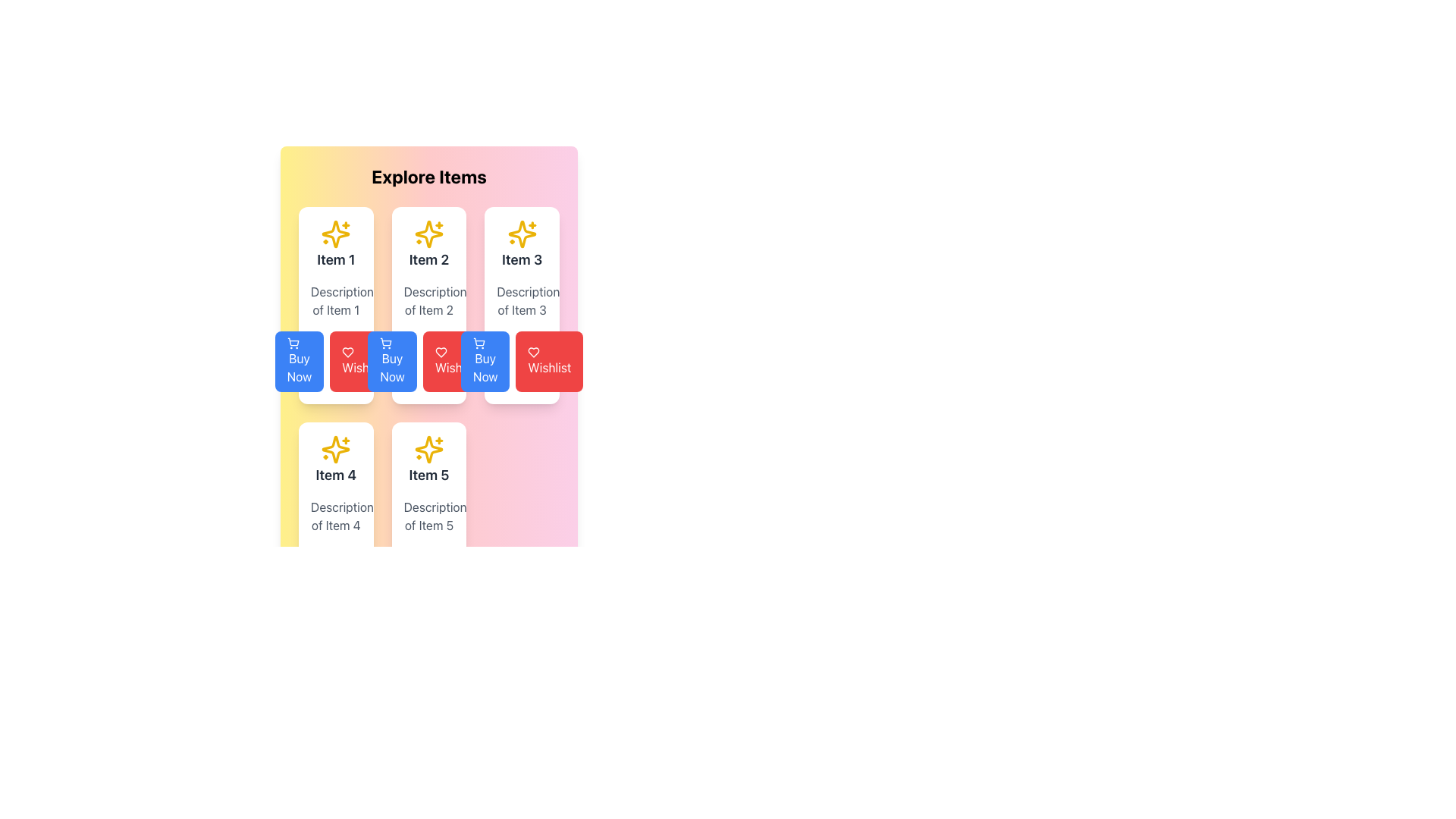  I want to click on the 'Add to Wishlist' button located in the bottom row of the card labeled 'Item 1', which is the rightmost of two horizontally aligned buttons, so click(335, 362).